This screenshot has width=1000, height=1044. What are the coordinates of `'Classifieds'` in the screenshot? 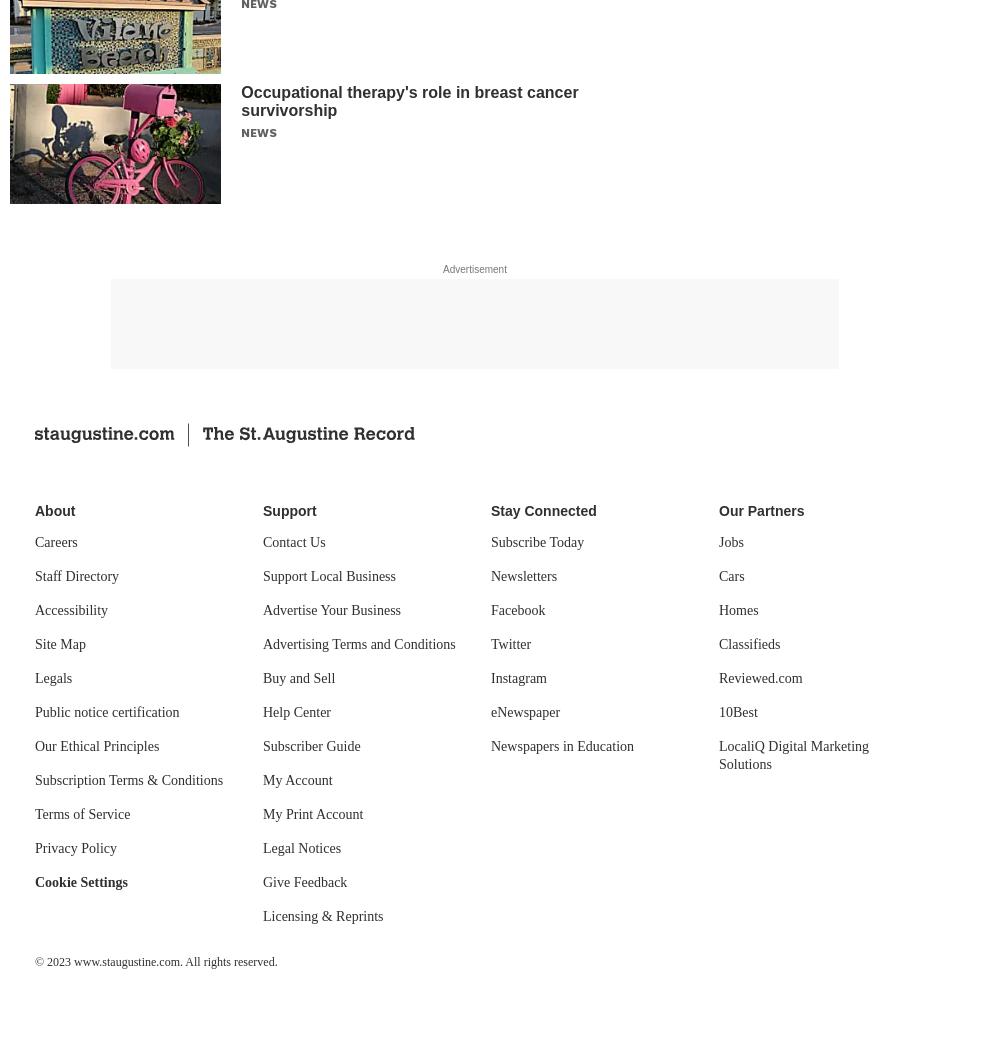 It's located at (748, 644).